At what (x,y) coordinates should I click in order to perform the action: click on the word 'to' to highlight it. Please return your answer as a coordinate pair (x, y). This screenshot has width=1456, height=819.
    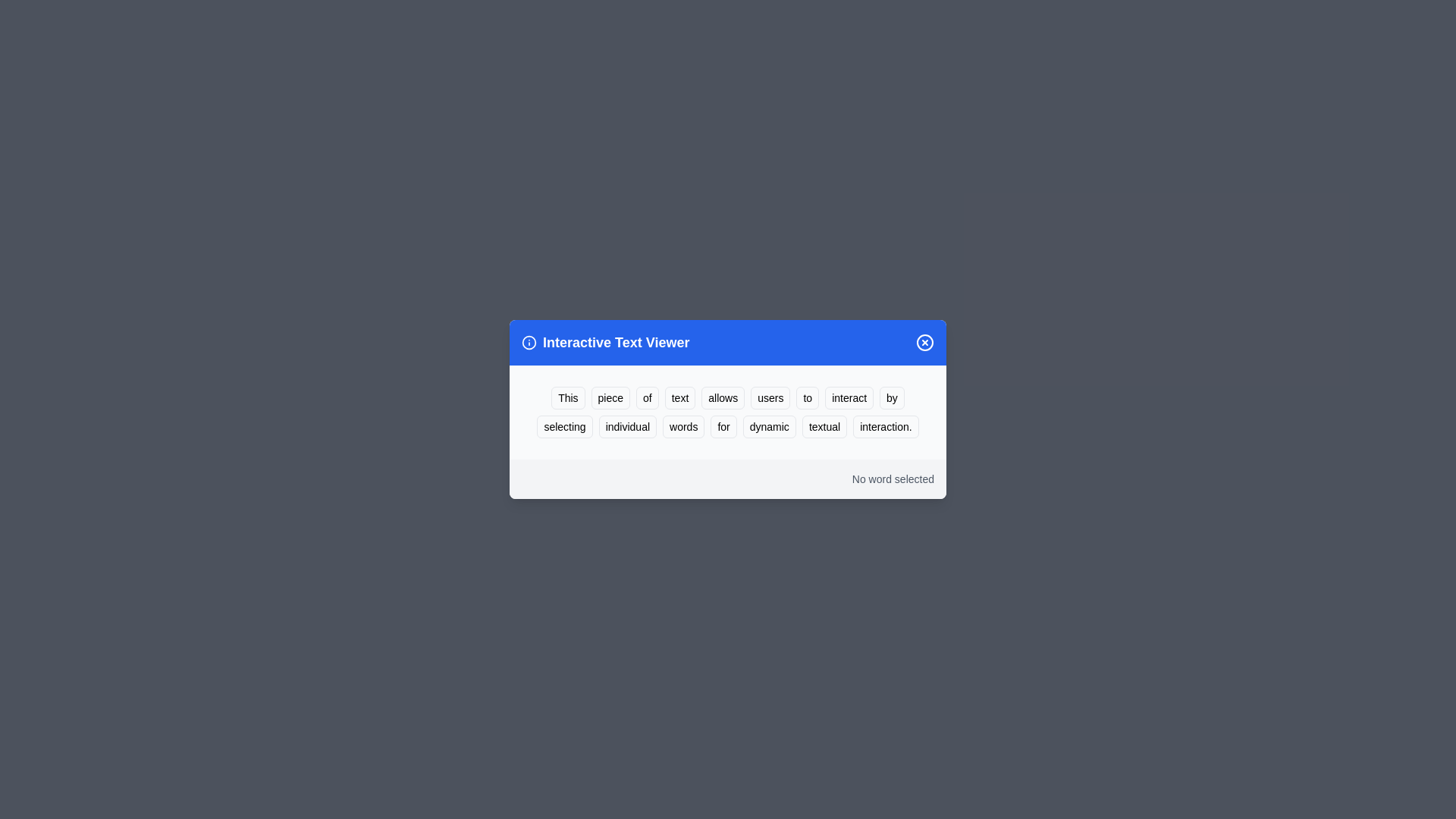
    Looking at the image, I should click on (807, 397).